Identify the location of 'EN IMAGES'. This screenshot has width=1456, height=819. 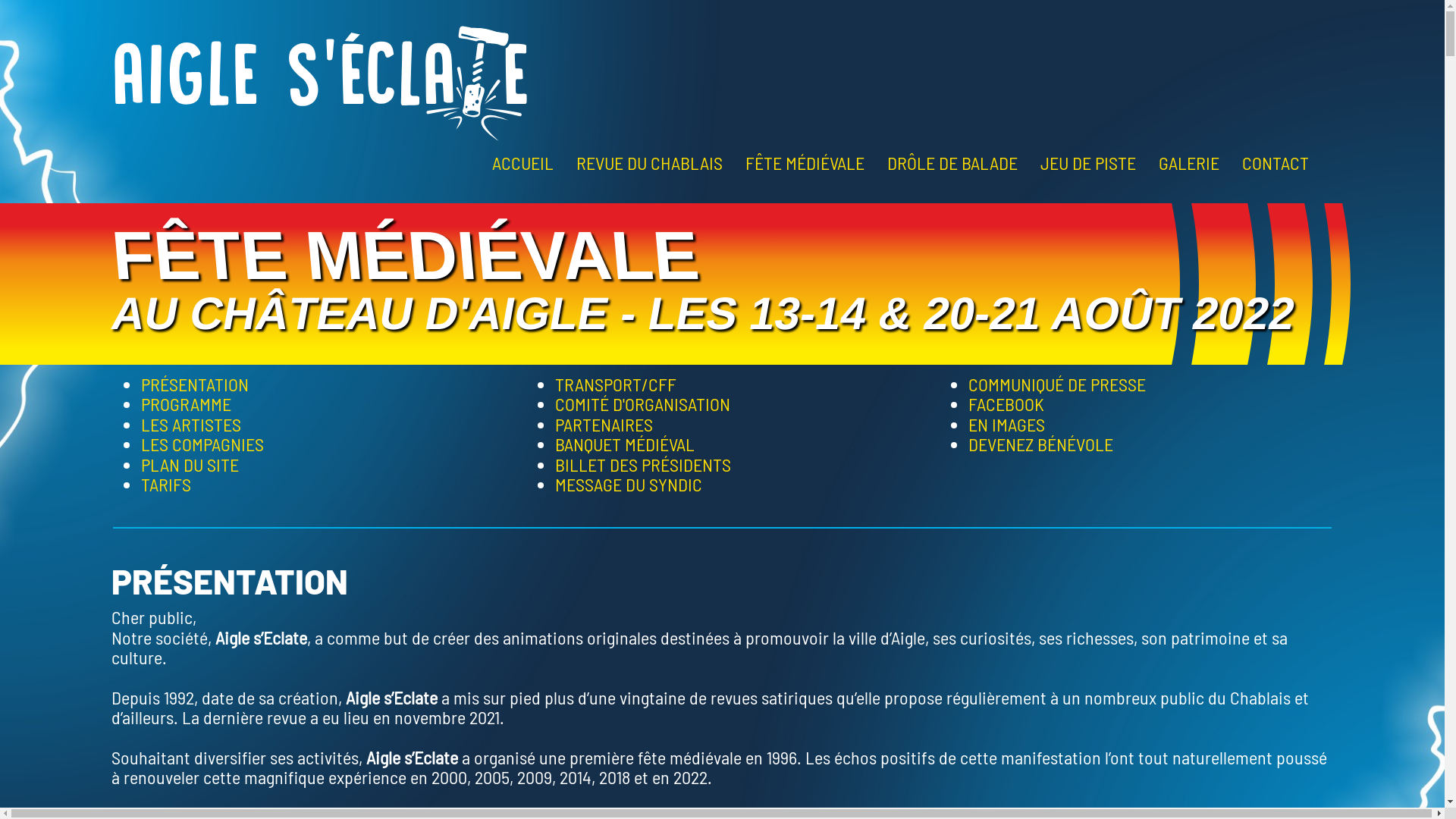
(967, 424).